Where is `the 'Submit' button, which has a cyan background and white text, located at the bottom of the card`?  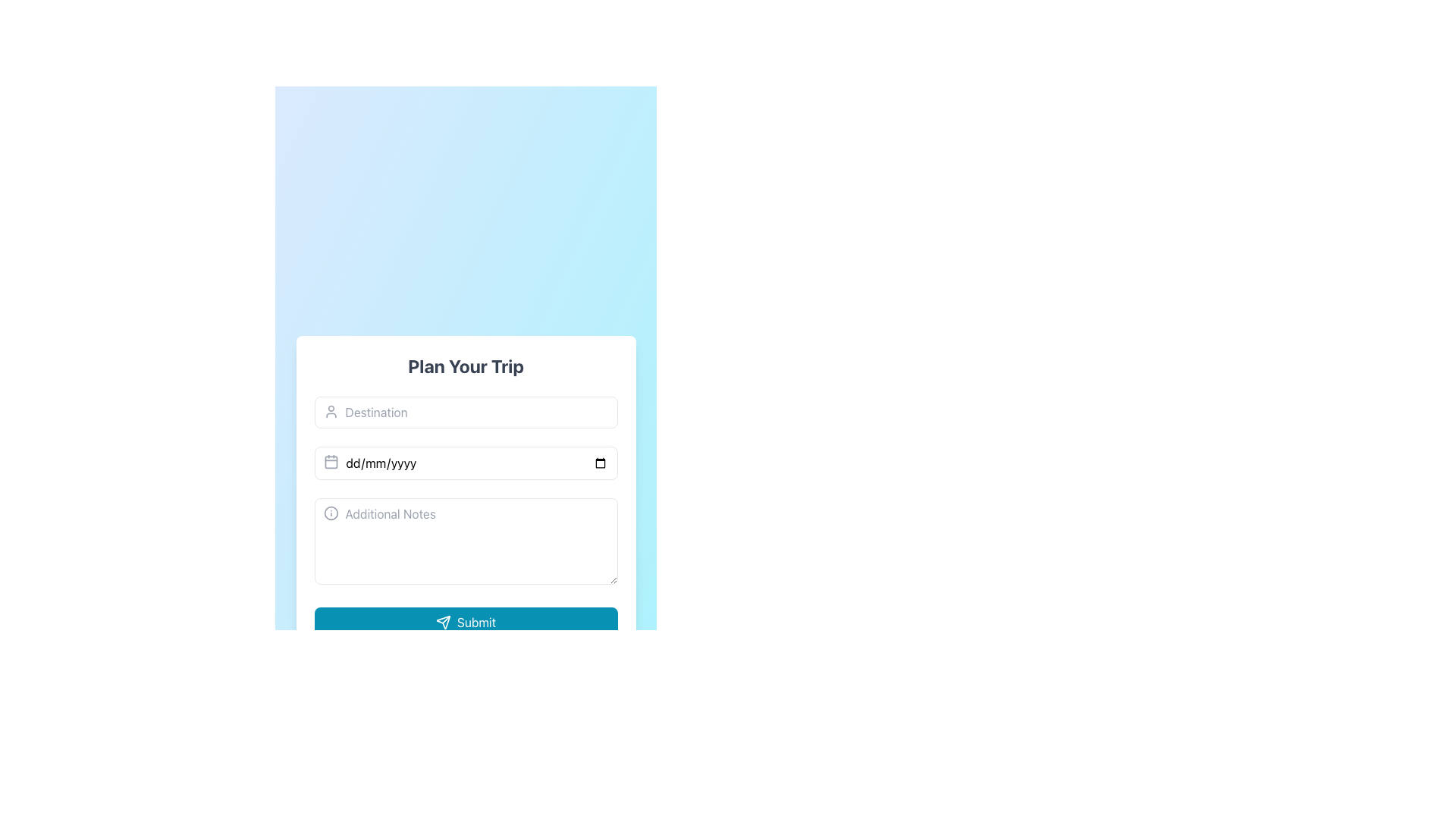 the 'Submit' button, which has a cyan background and white text, located at the bottom of the card is located at coordinates (465, 623).